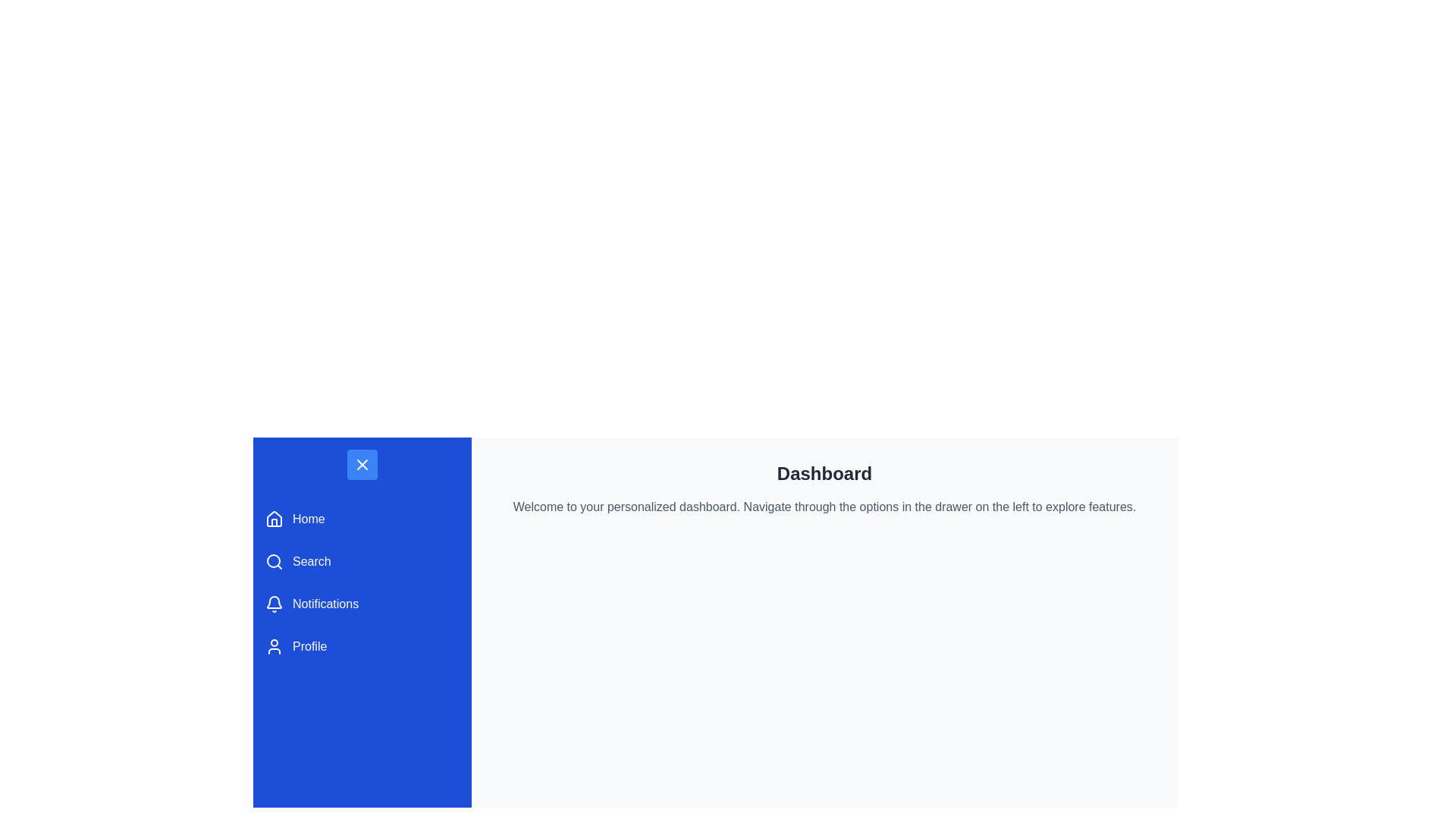 Image resolution: width=1456 pixels, height=819 pixels. I want to click on the 'Profile' navigation link located in the left sidebar, which is the fourth item in the list of options, so click(362, 646).